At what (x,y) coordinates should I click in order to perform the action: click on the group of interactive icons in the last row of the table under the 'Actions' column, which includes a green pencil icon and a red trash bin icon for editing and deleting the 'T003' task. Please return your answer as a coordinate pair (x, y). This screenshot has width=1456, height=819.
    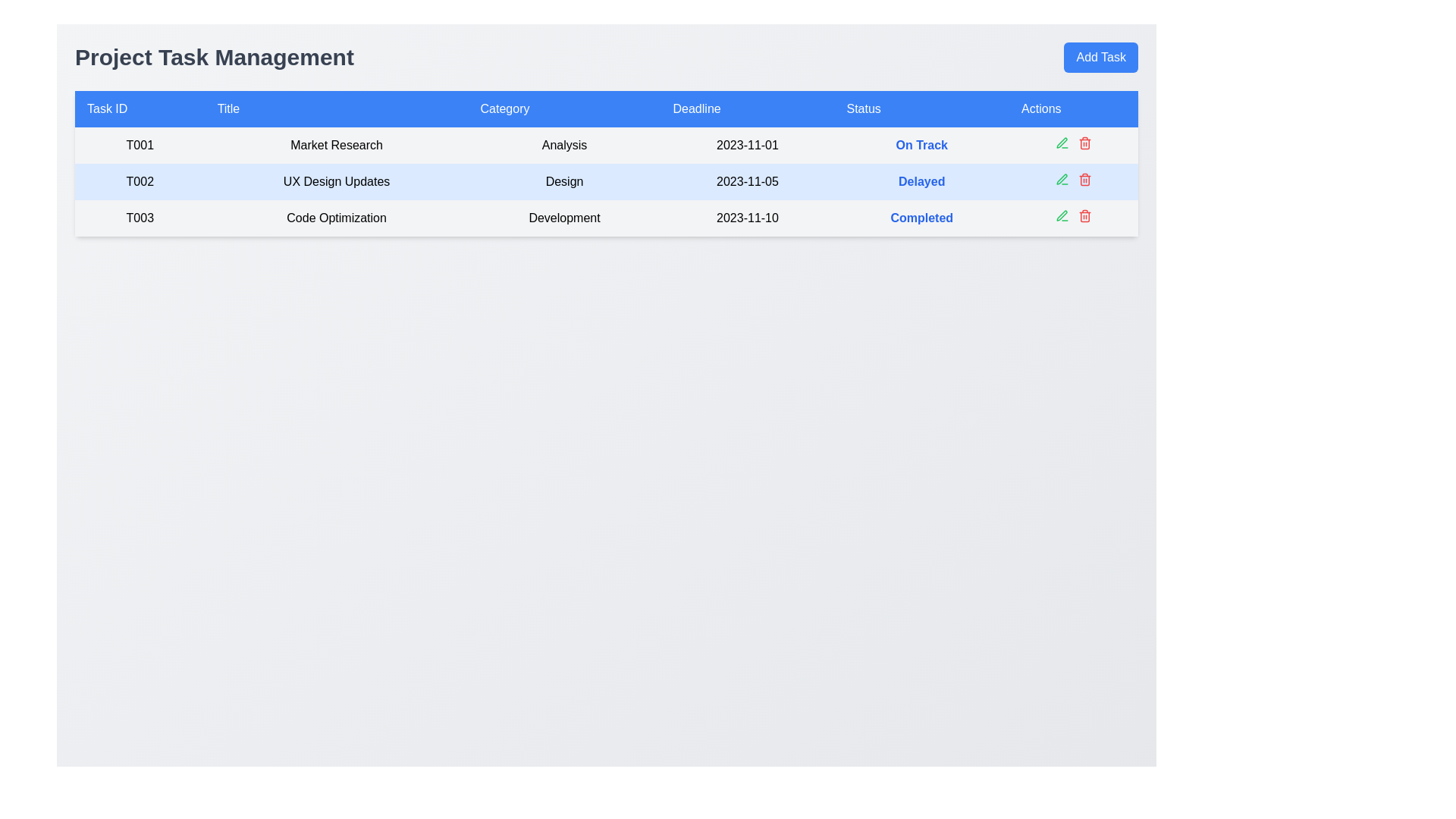
    Looking at the image, I should click on (1073, 216).